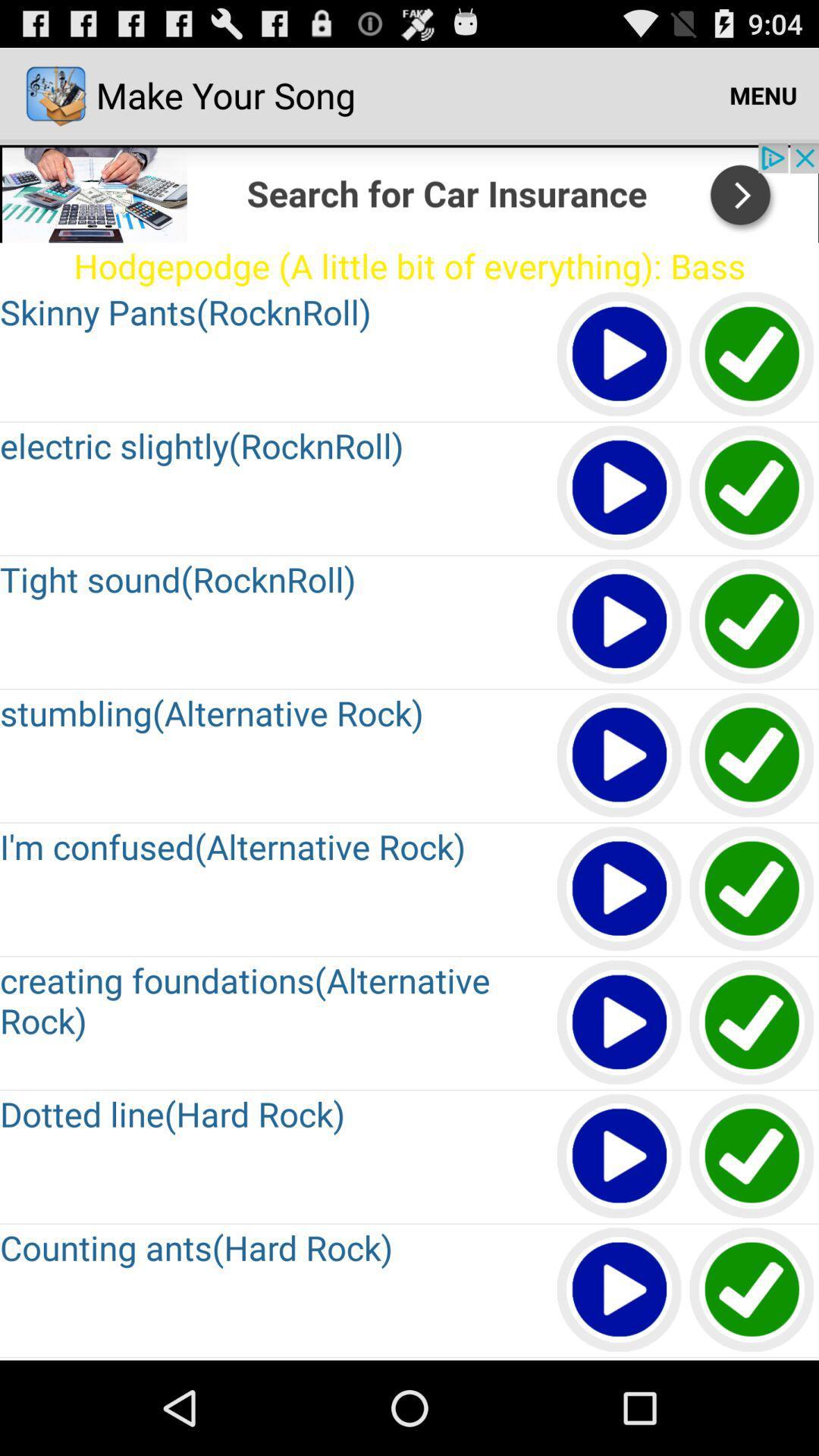 This screenshot has width=819, height=1456. What do you see at coordinates (620, 1023) in the screenshot?
I see `creating play` at bounding box center [620, 1023].